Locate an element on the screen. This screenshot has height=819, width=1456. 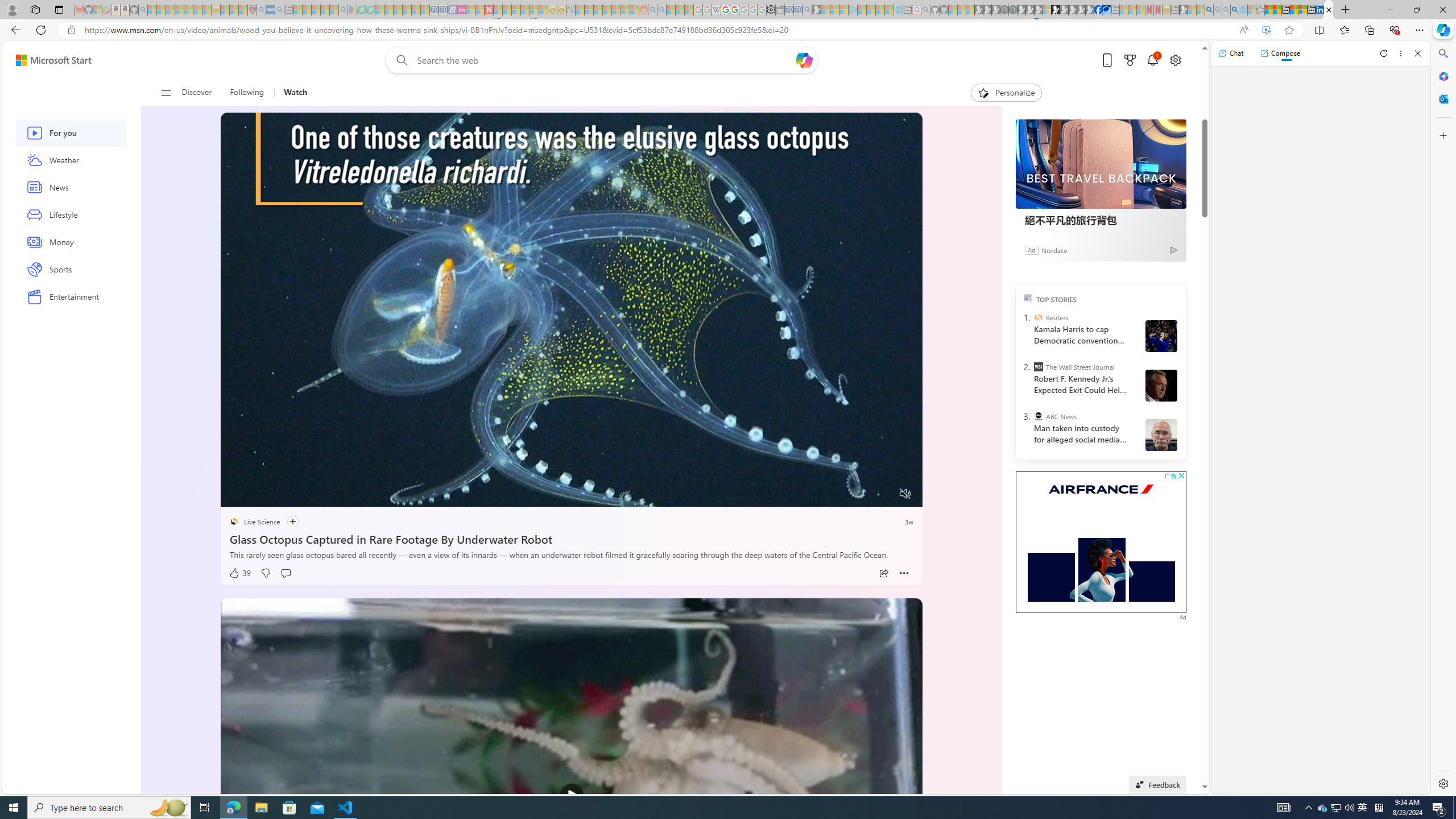
'Kinda Frugal - MSN - Sleeping' is located at coordinates (617, 9).